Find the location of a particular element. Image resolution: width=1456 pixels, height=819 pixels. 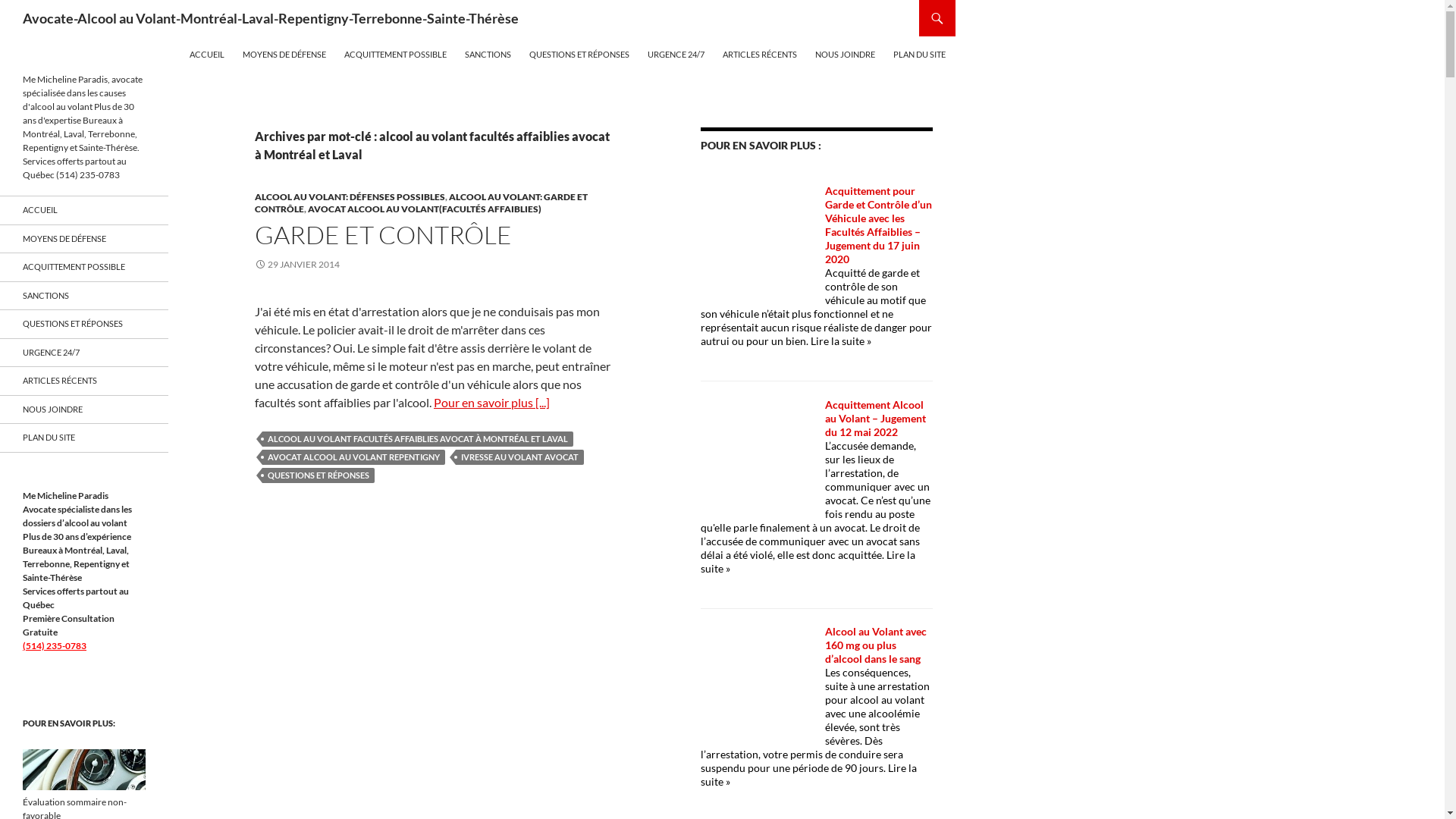

'IVRESSE AU VOLANT AVOCAT' is located at coordinates (519, 456).